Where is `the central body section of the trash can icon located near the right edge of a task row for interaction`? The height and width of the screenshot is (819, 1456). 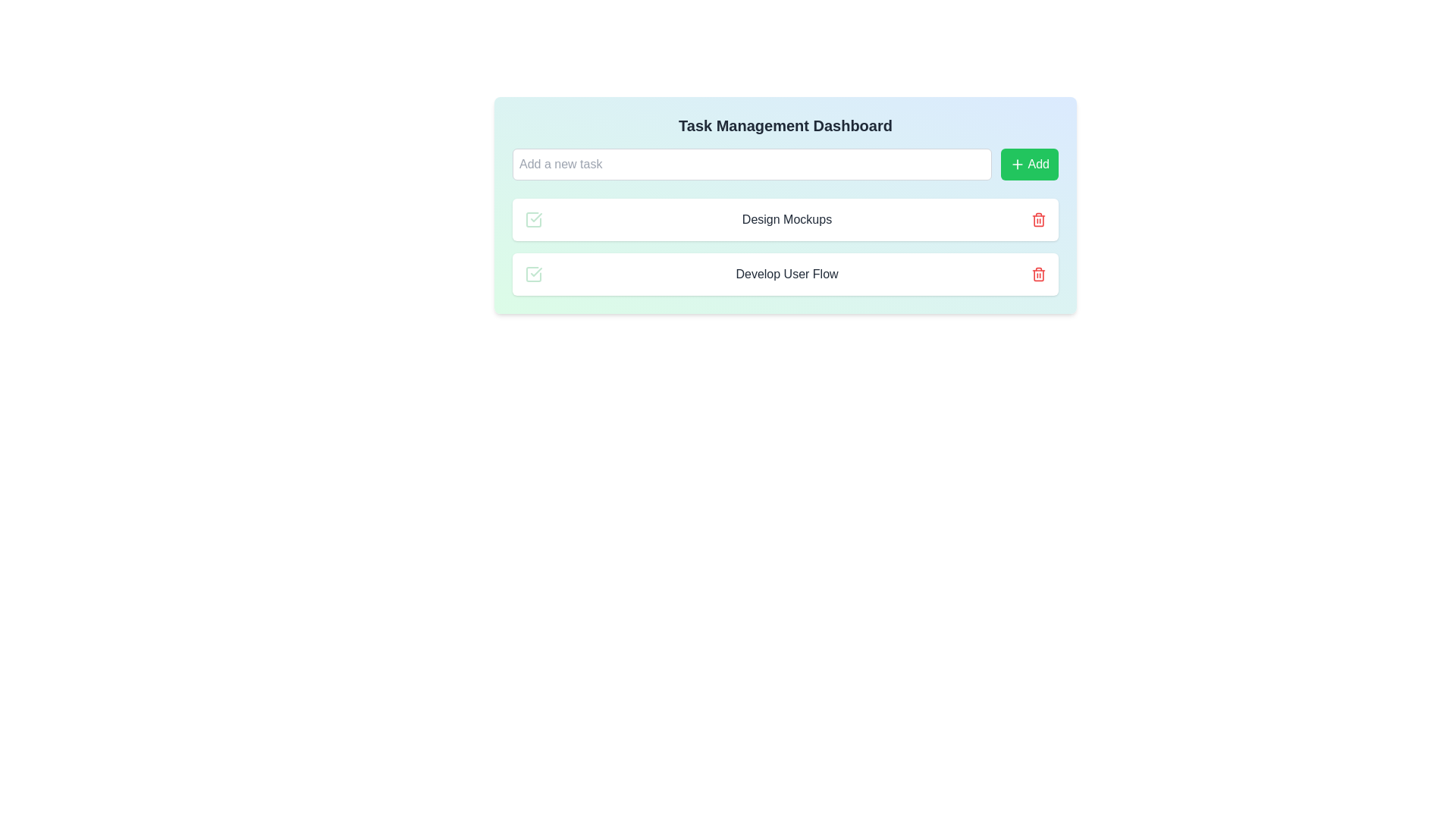 the central body section of the trash can icon located near the right edge of a task row for interaction is located at coordinates (1037, 275).